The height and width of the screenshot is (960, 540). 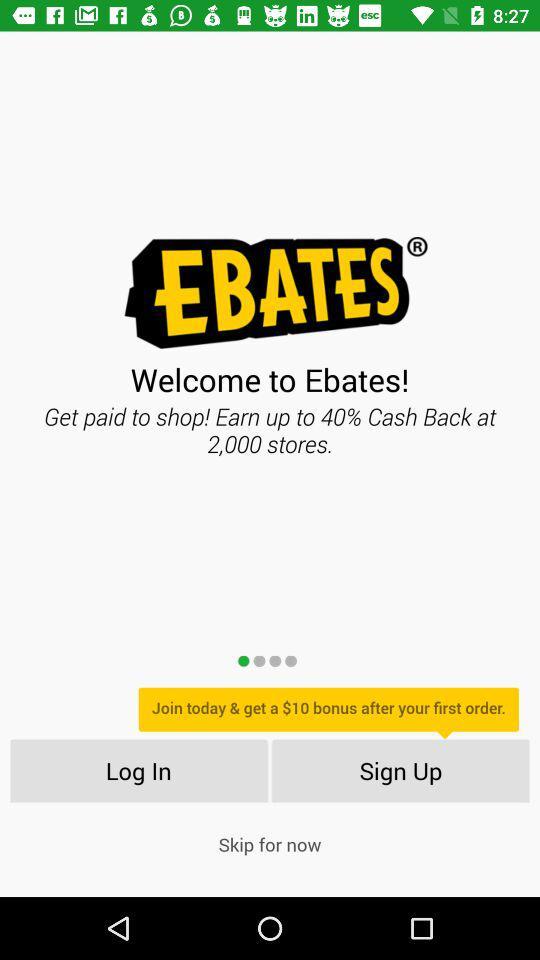 What do you see at coordinates (401, 769) in the screenshot?
I see `item at the bottom right corner` at bounding box center [401, 769].